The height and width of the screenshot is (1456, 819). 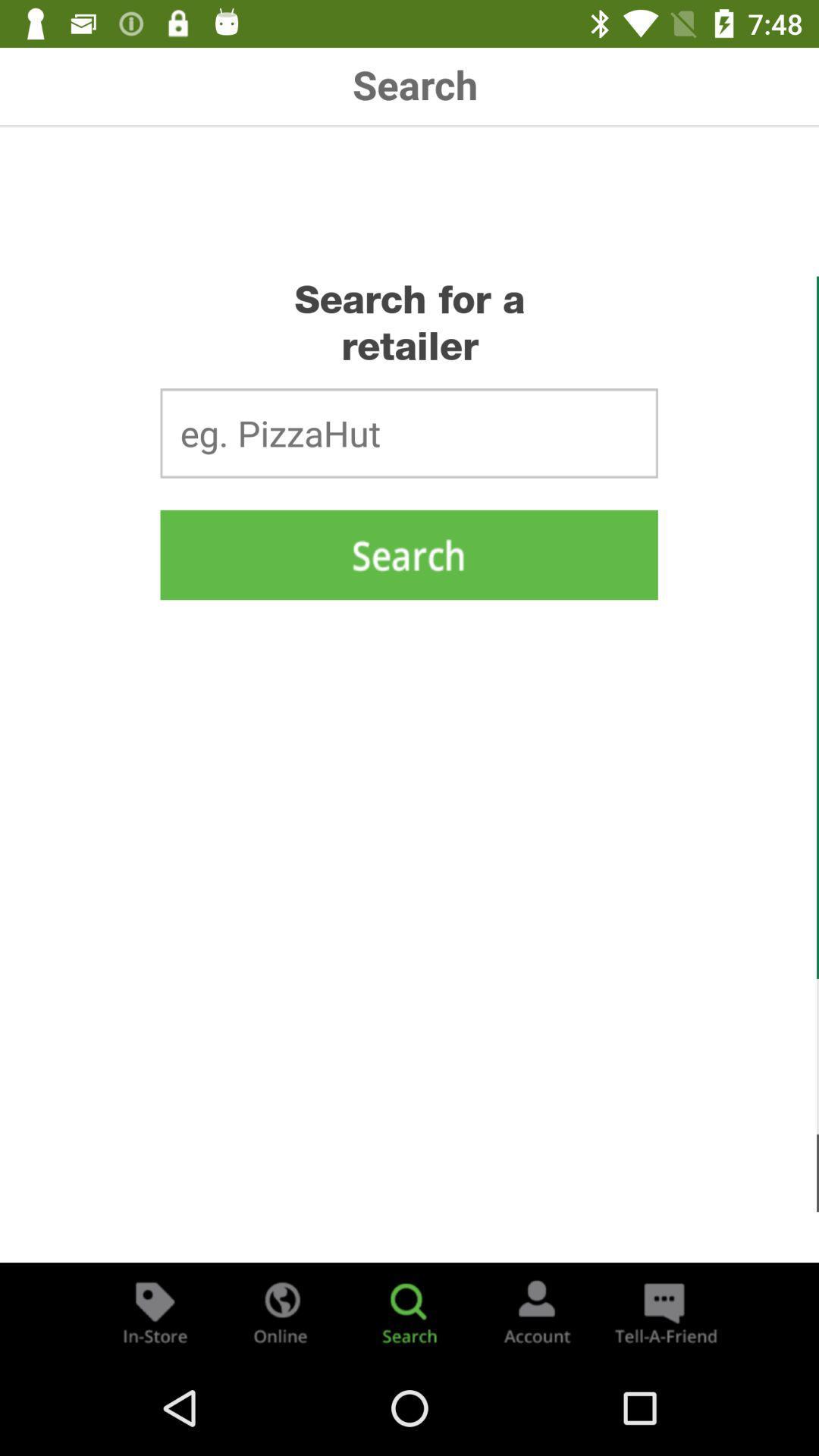 I want to click on the store, so click(x=155, y=1310).